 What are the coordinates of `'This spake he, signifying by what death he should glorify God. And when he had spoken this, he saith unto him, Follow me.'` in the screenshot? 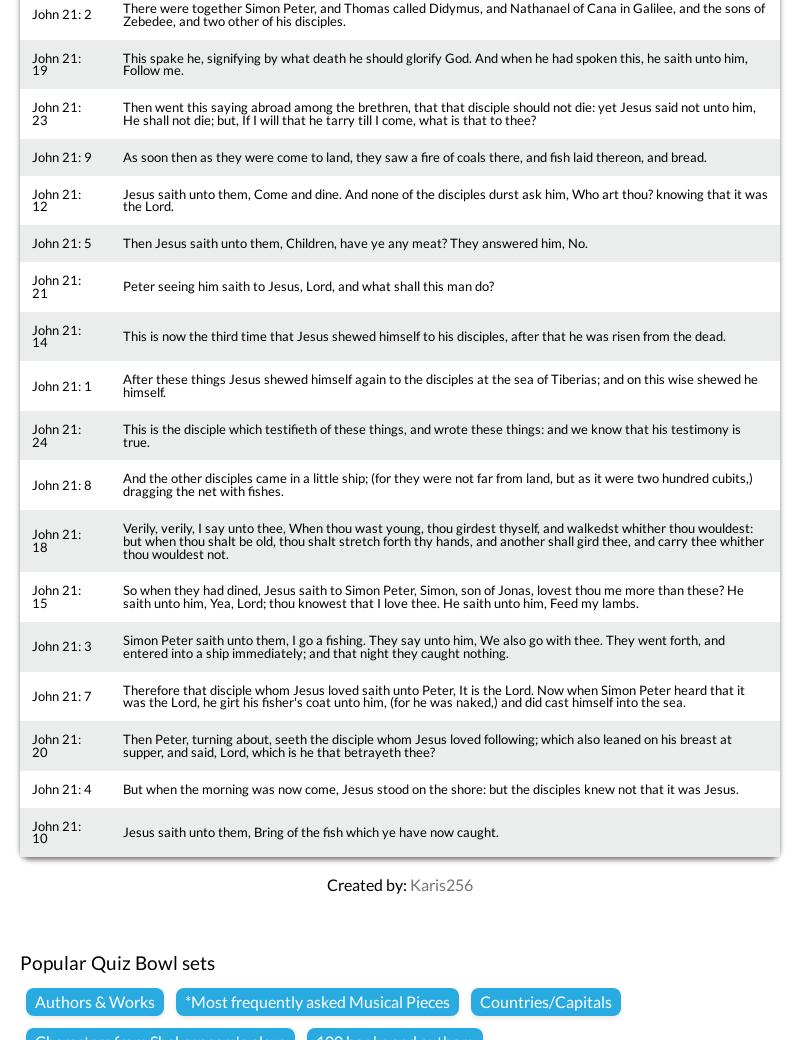 It's located at (121, 62).